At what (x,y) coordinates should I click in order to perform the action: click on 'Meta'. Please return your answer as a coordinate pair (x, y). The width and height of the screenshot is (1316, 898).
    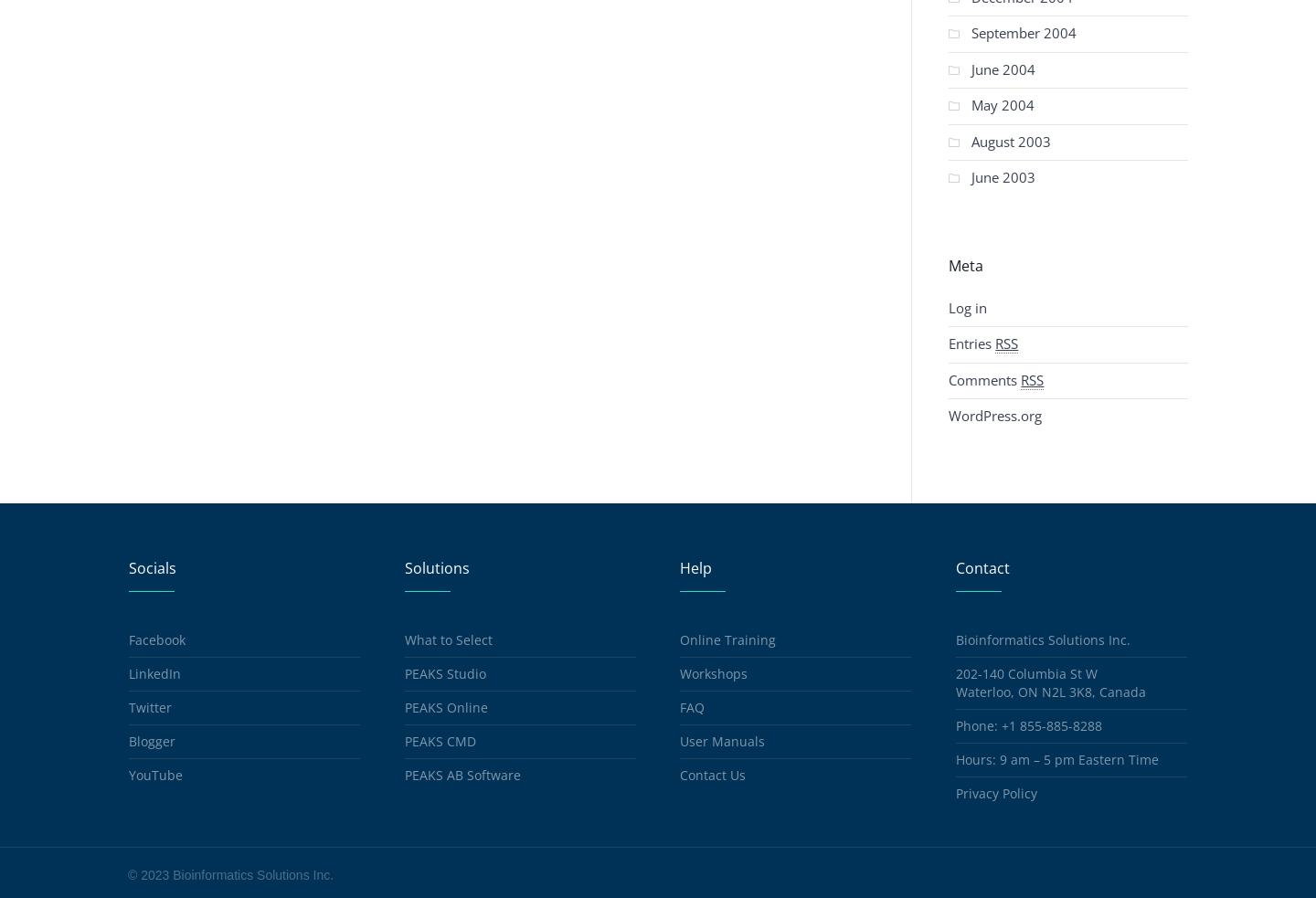
    Looking at the image, I should click on (948, 264).